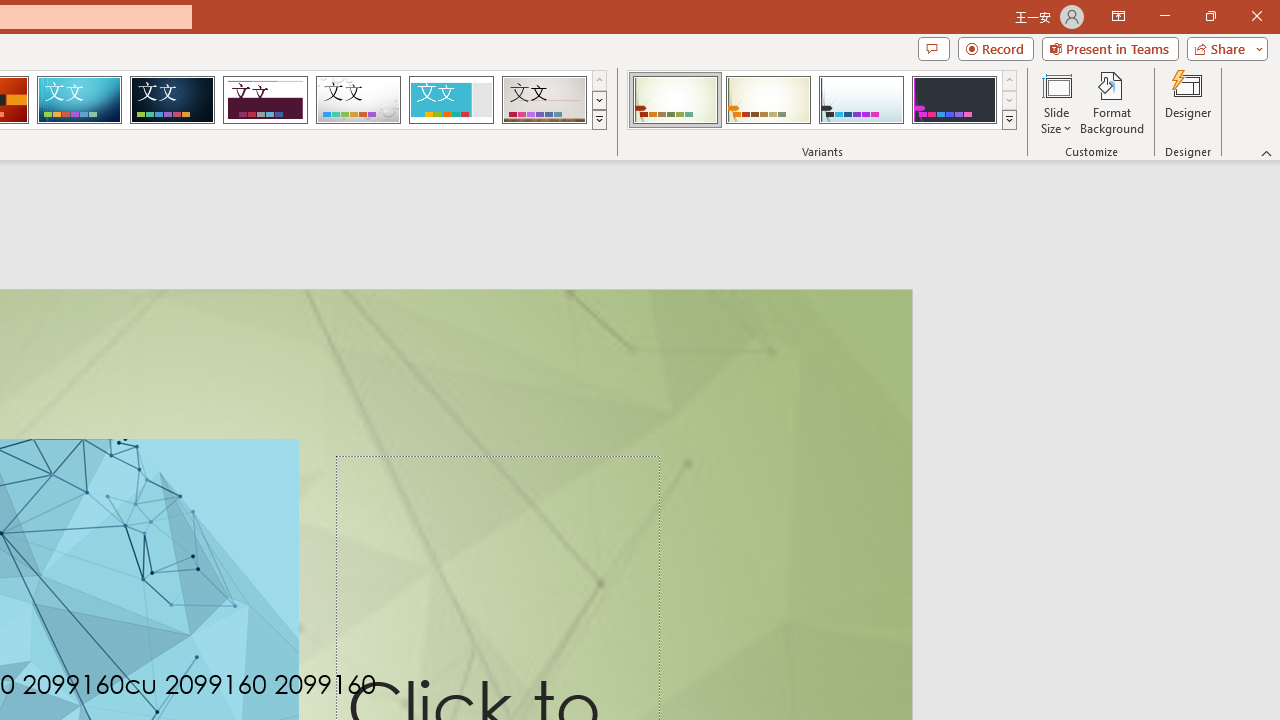  Describe the element at coordinates (823, 100) in the screenshot. I see `'AutomationID: ThemeVariantsGallery'` at that location.